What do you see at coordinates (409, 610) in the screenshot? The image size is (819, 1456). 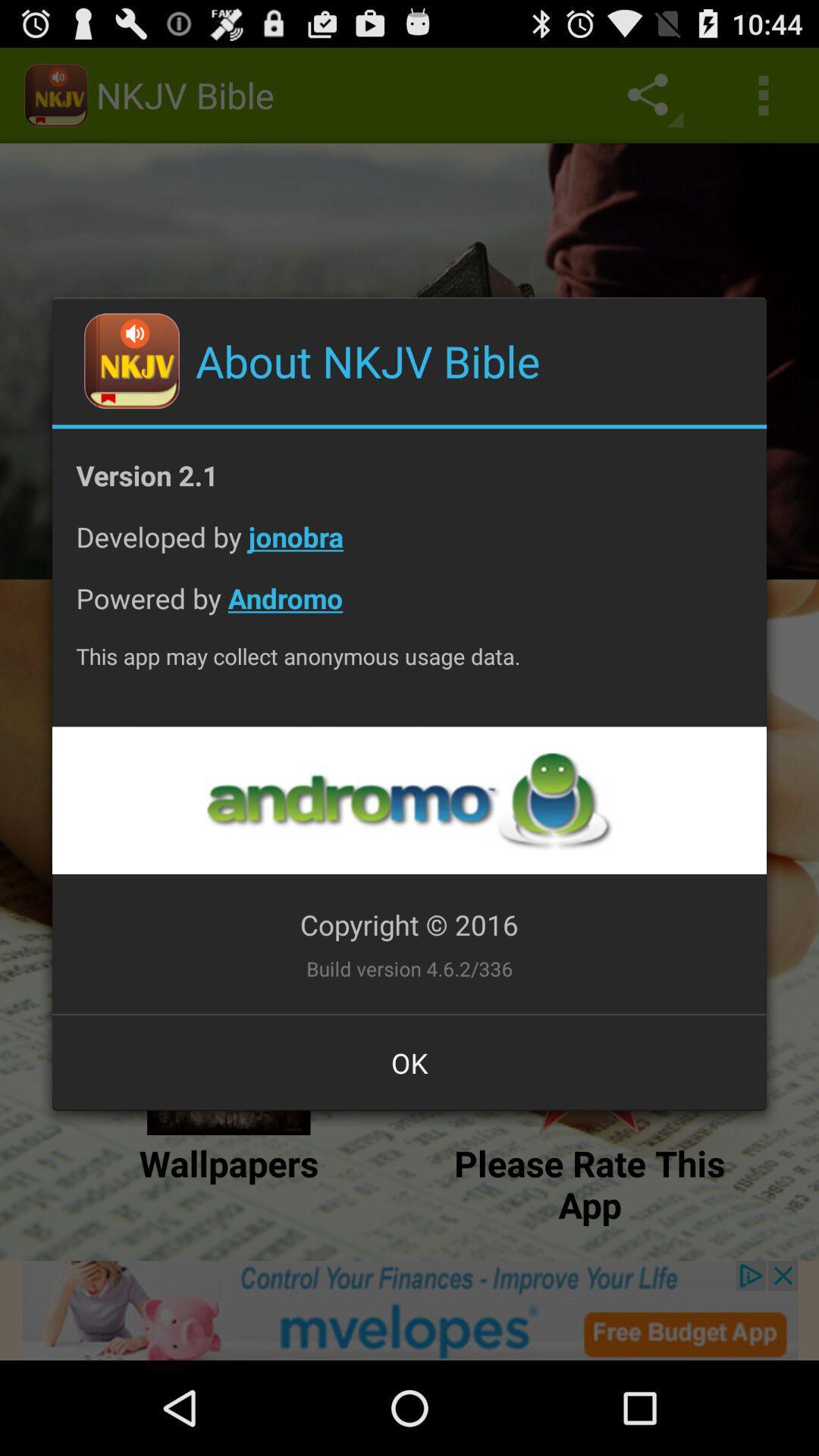 I see `the powered by andromo` at bounding box center [409, 610].